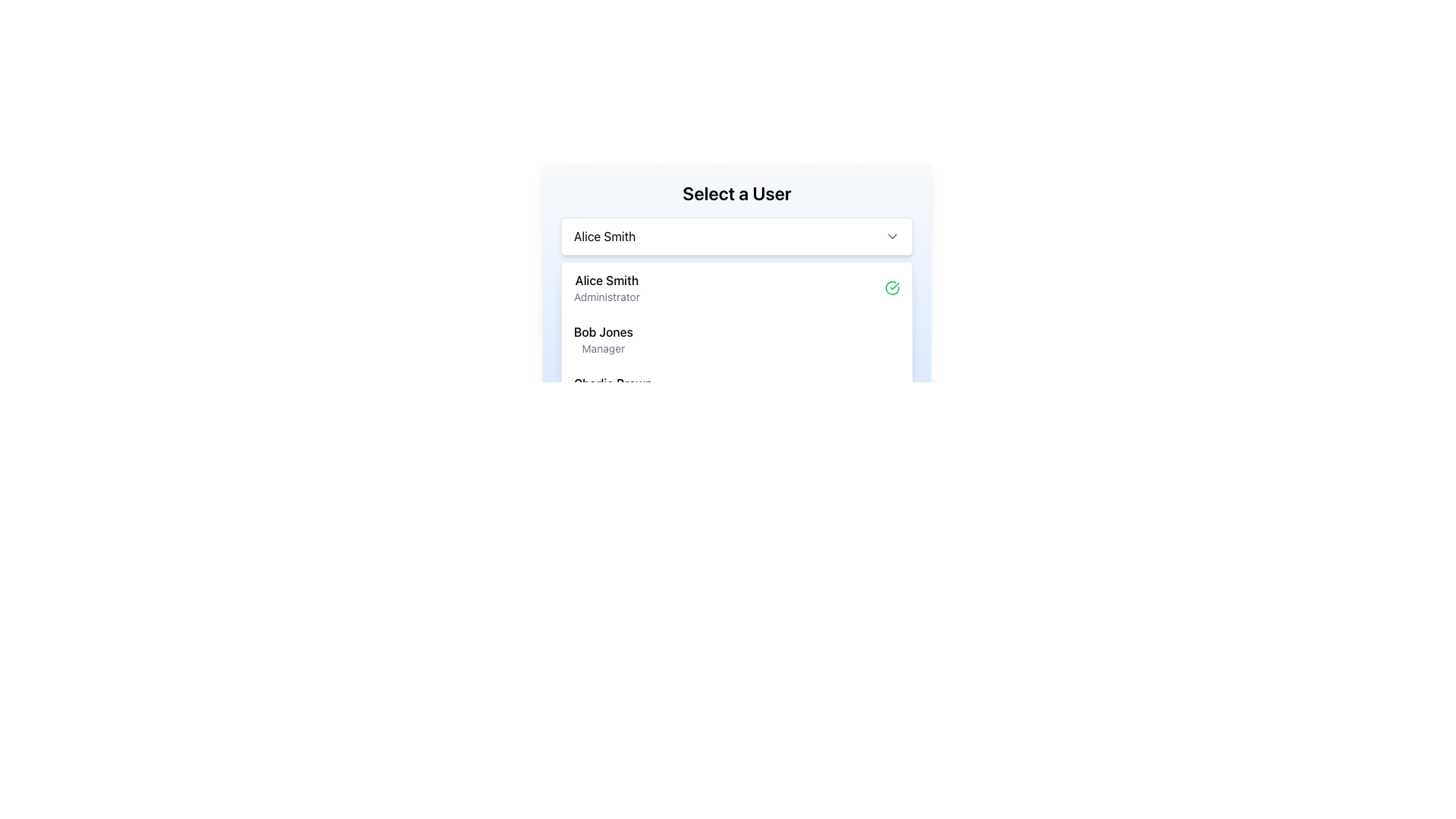 Image resolution: width=1456 pixels, height=819 pixels. Describe the element at coordinates (603, 348) in the screenshot. I see `the text label displaying 'Manager', which is styled in gray and located below 'Bob Jones' in the user selection dropdown menu` at that location.